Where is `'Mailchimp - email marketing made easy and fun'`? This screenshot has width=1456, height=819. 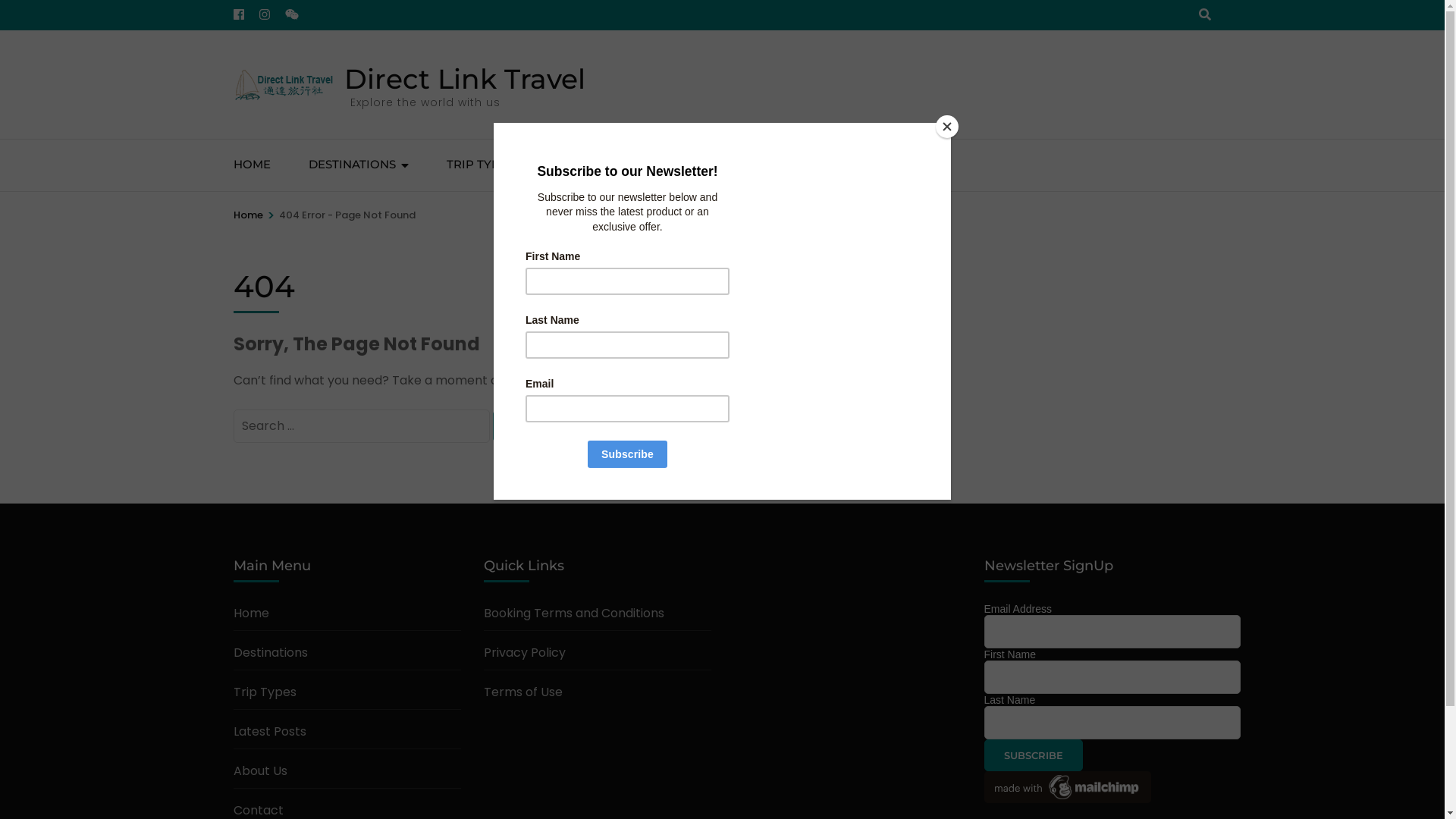
'Mailchimp - email marketing made easy and fun' is located at coordinates (984, 798).